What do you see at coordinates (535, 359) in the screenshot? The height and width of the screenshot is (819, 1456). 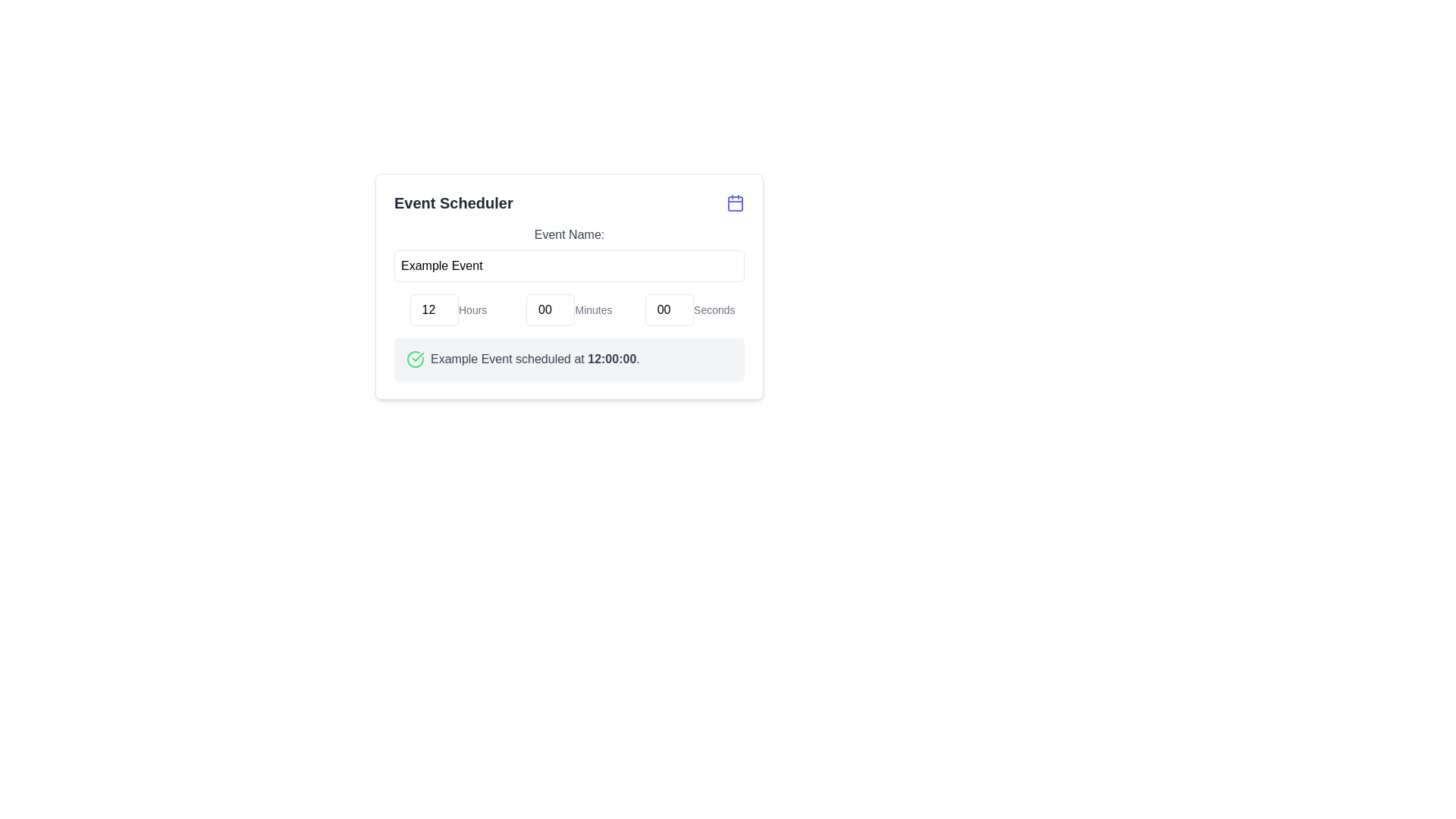 I see `the Text Label displaying 'Example Event scheduled at 12:00:00.' which is styled in gray and located next to a green check icon` at bounding box center [535, 359].